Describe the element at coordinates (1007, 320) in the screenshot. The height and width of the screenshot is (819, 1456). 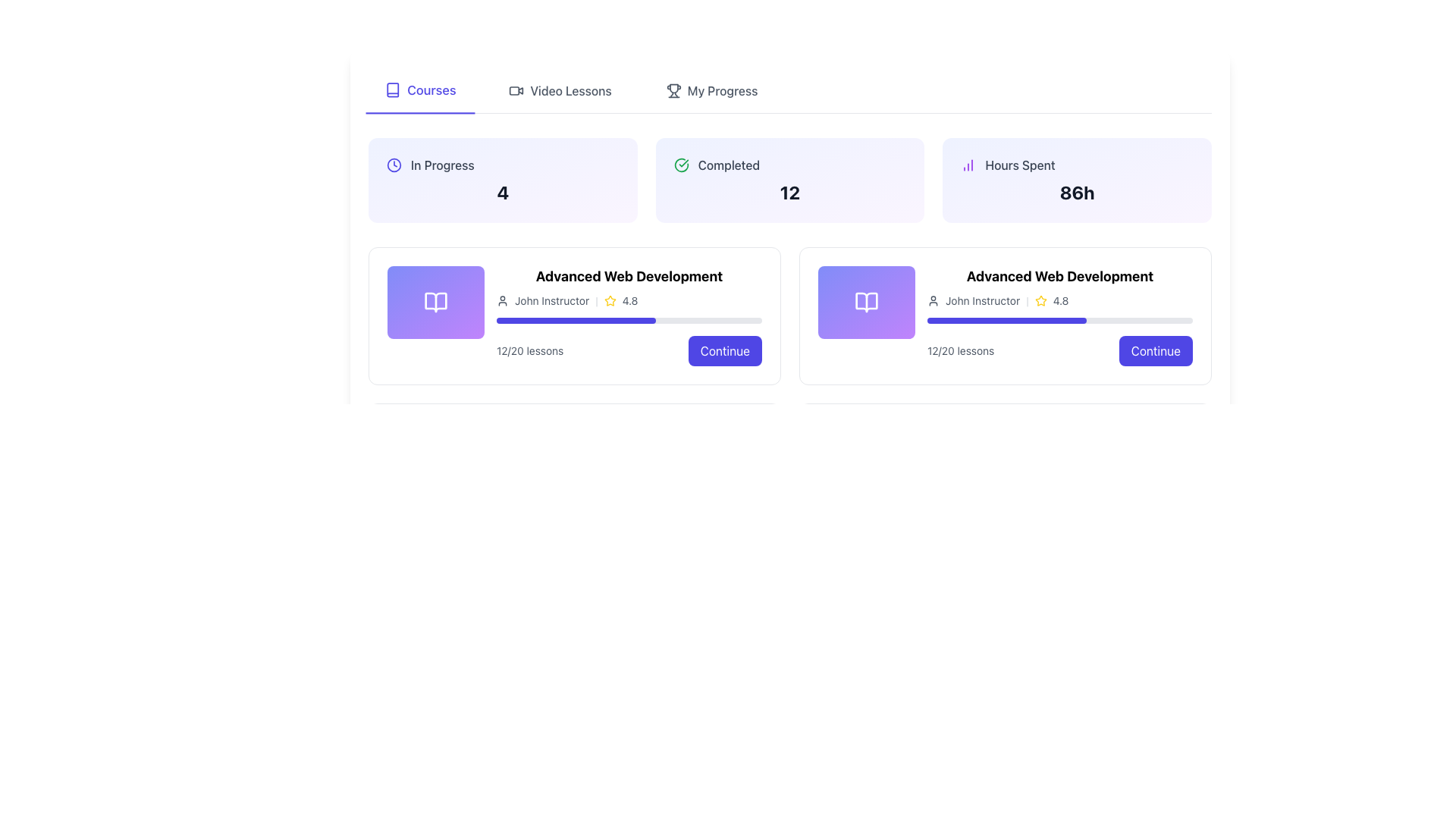
I see `the filled portion of the horizontal progress bar for the 'Advanced Web Development' course, which is purple and extends 60% of the total width` at that location.